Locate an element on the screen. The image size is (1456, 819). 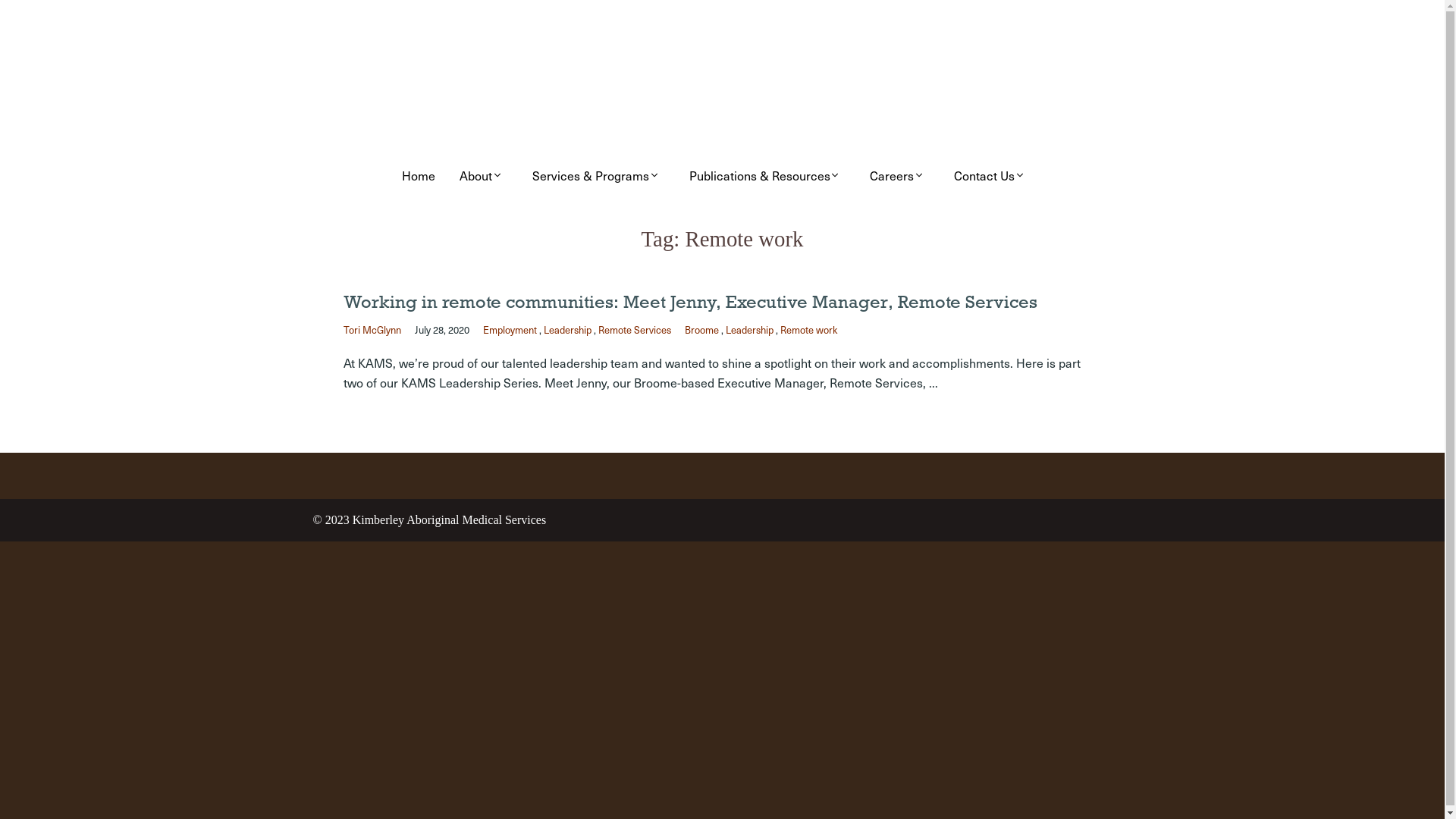
'Remote work' is located at coordinates (807, 328).